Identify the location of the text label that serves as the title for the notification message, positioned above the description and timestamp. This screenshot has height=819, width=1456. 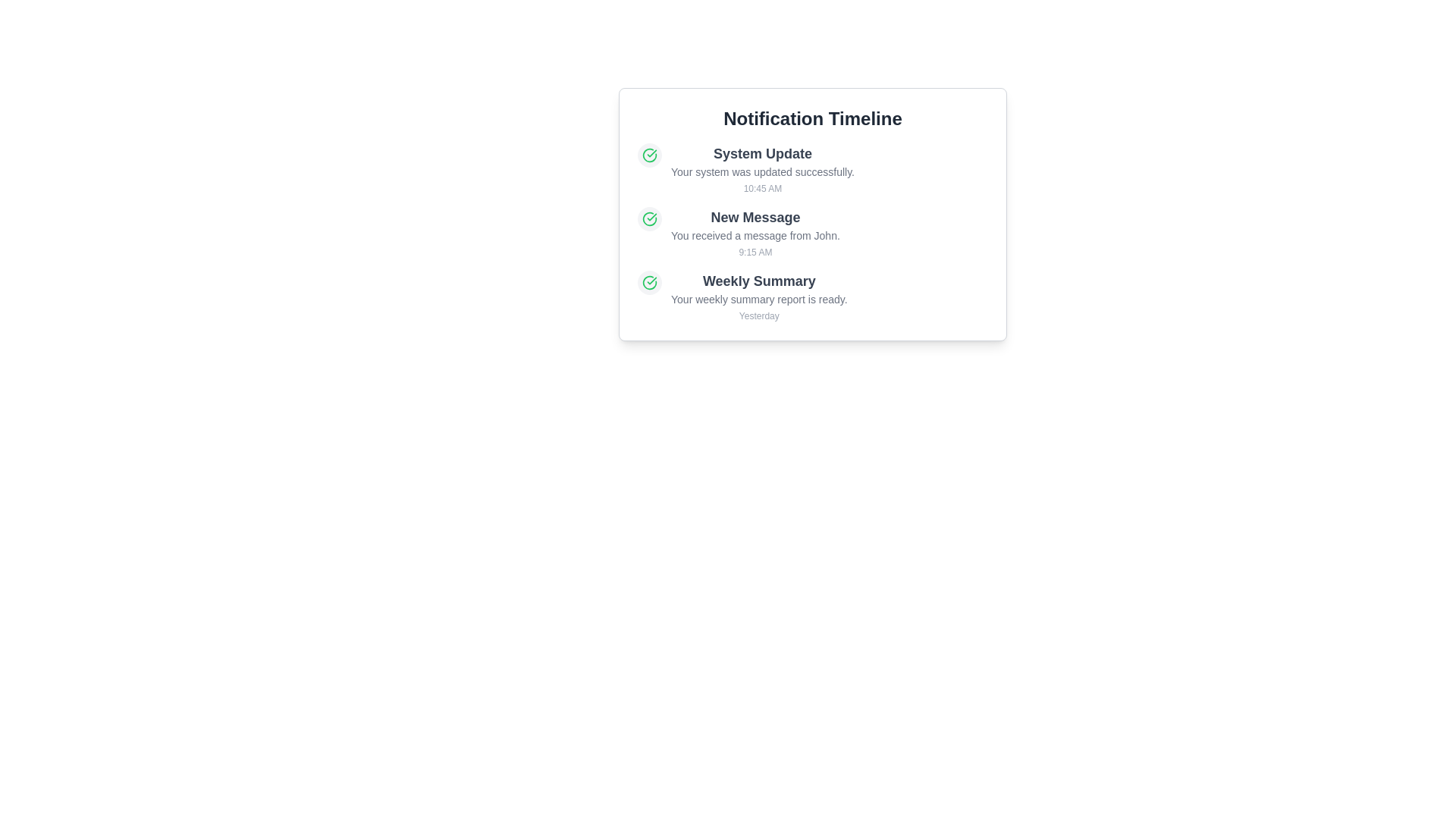
(755, 217).